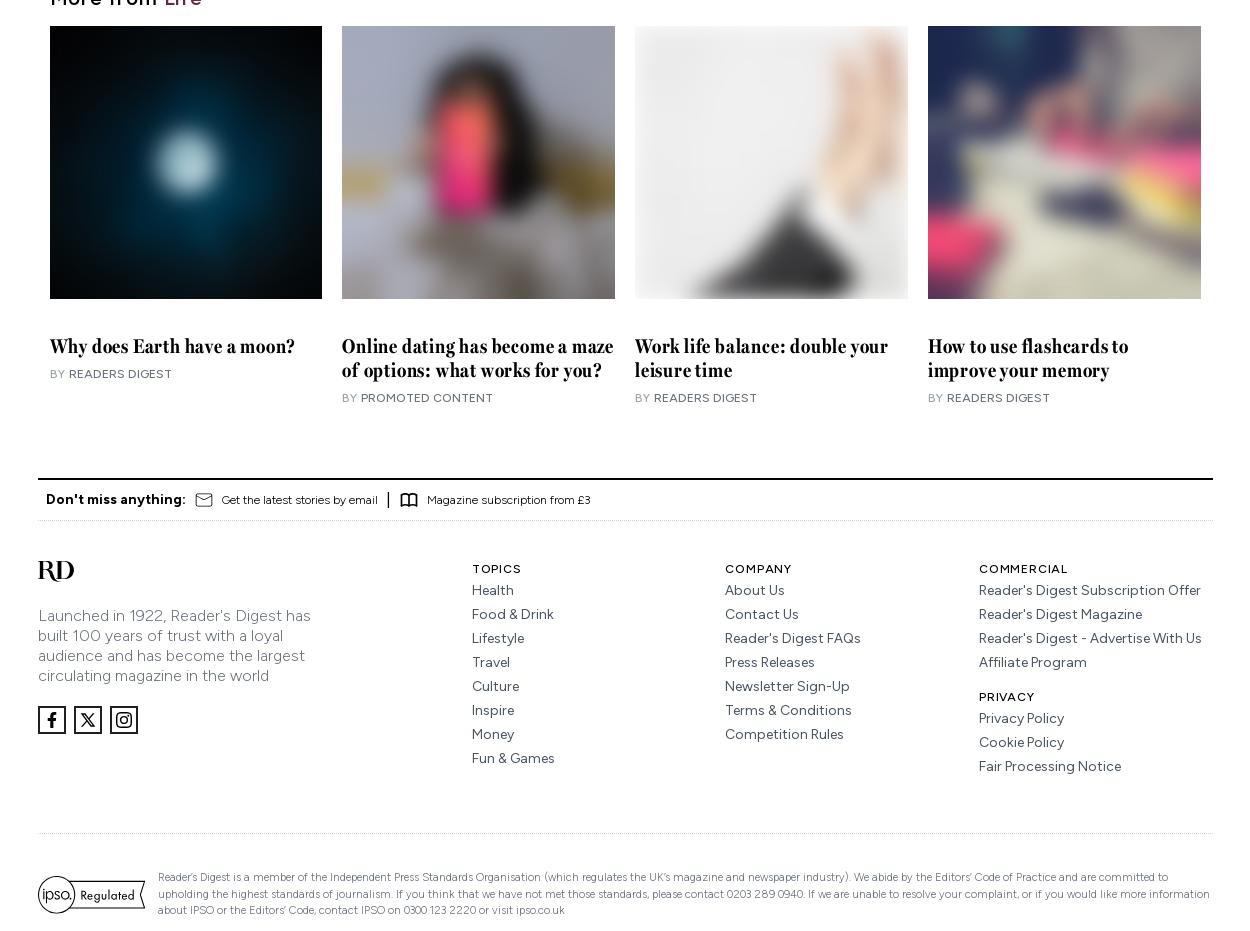 The height and width of the screenshot is (931, 1250). I want to click on 'Magazine subscription from £3', so click(507, 500).